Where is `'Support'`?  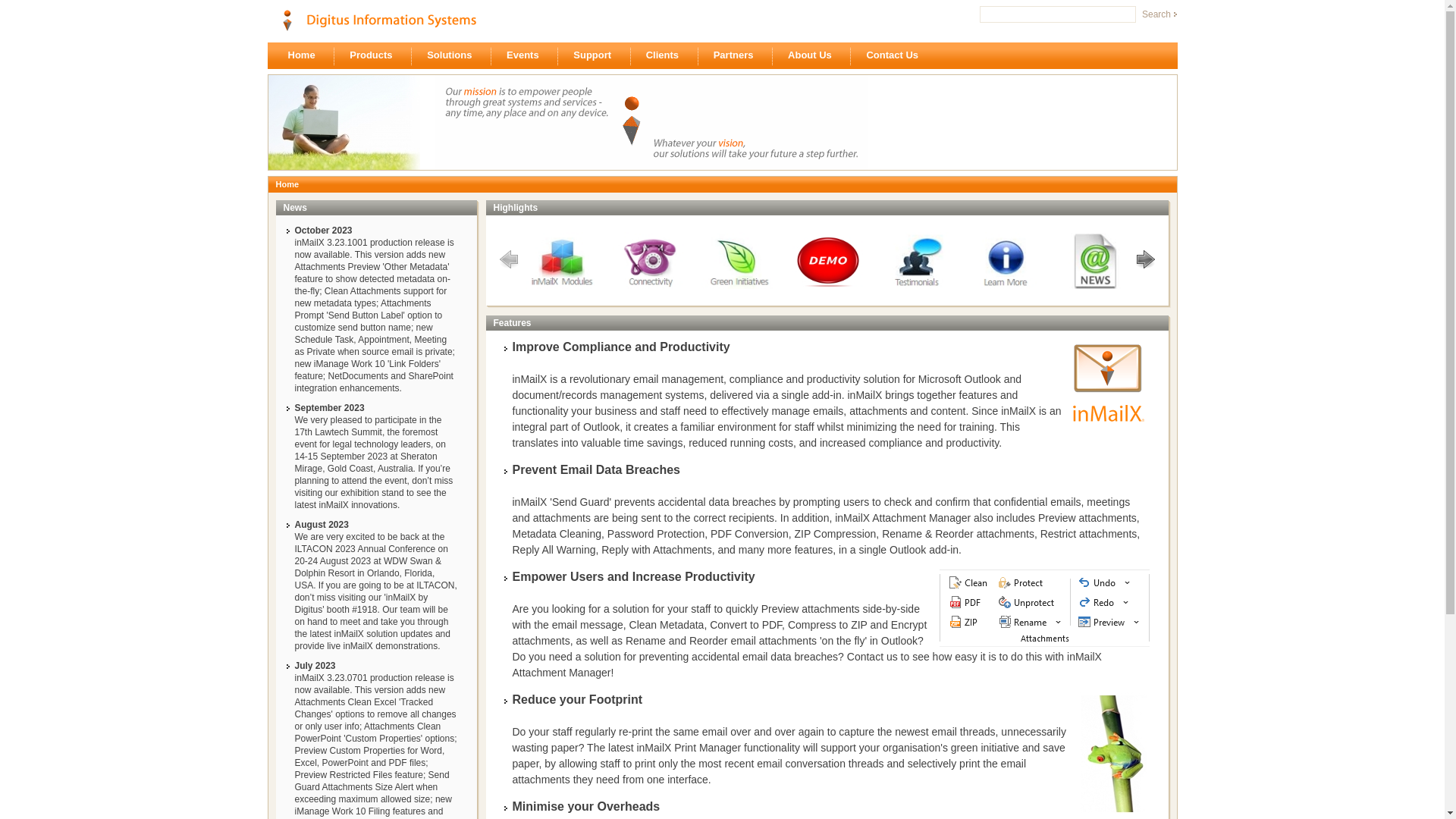
'Support' is located at coordinates (595, 55).